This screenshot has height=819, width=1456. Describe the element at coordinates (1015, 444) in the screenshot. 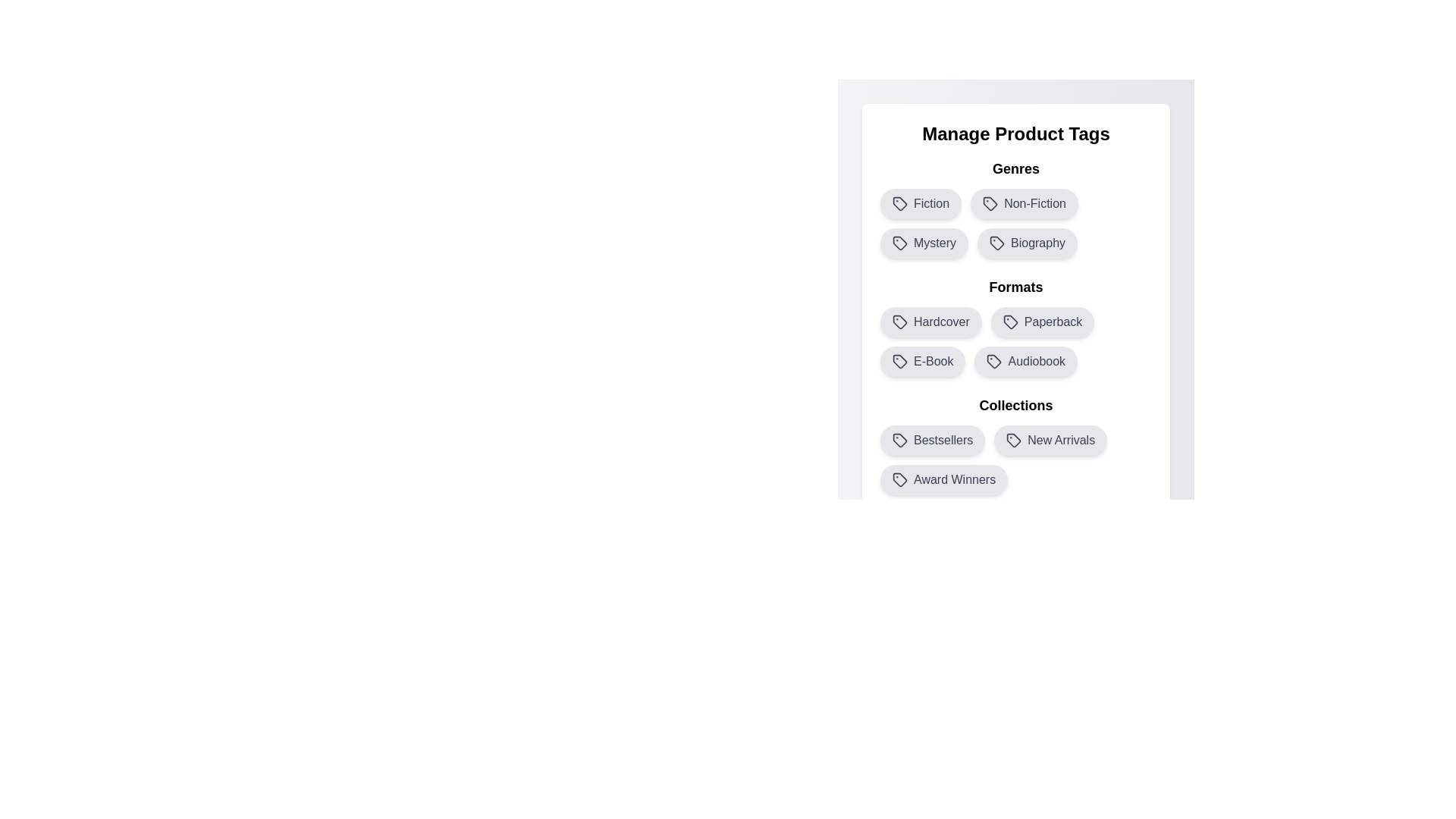

I see `the 'New Arrivals' button located in the 'Collections' section` at that location.